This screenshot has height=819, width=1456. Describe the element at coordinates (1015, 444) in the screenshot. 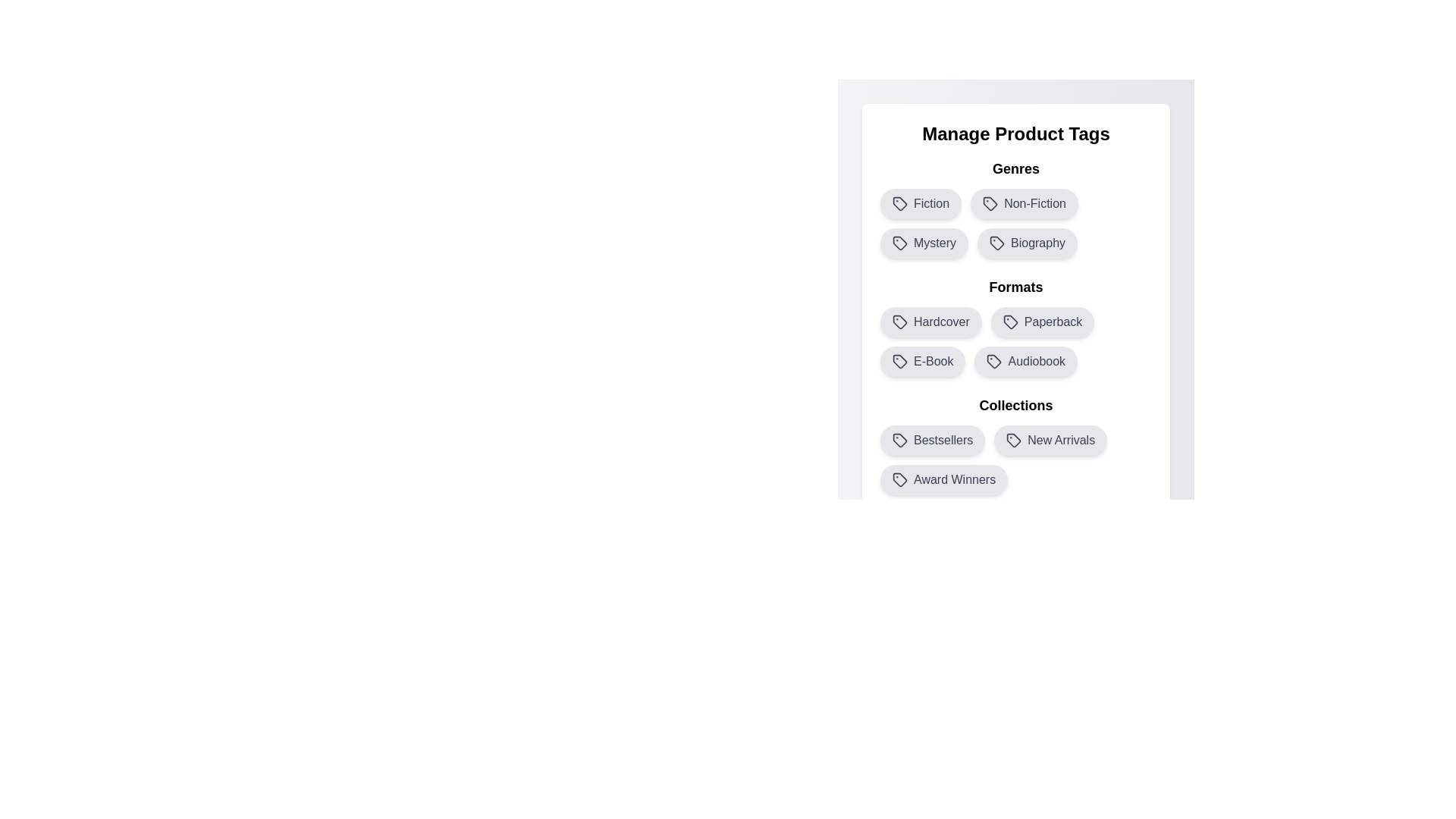

I see `the 'New Arrivals' button located in the 'Collections' section` at that location.